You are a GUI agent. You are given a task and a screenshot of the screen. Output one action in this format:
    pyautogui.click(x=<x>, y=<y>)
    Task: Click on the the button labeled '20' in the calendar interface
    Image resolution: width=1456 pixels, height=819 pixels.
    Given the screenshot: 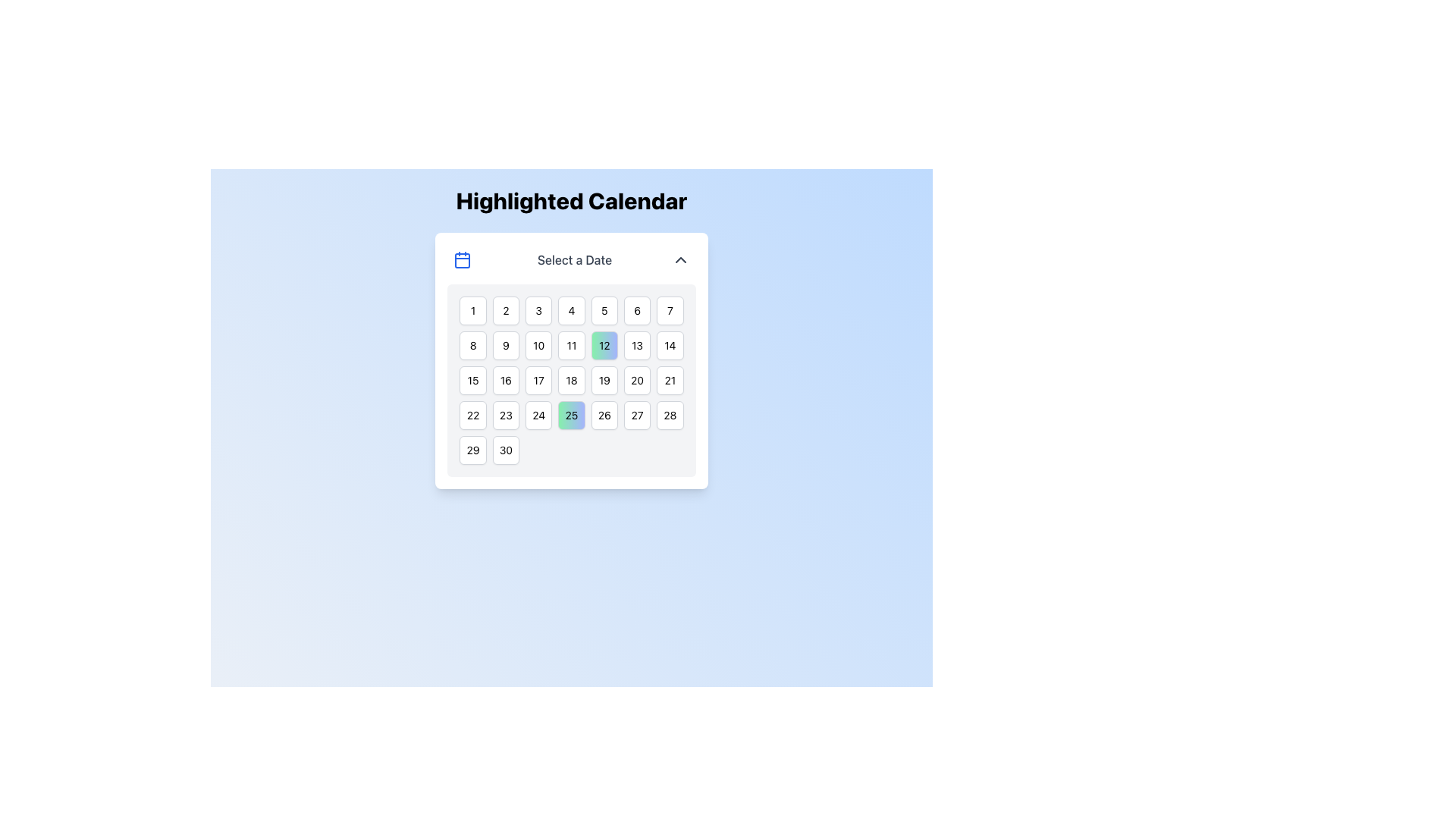 What is the action you would take?
    pyautogui.click(x=637, y=379)
    